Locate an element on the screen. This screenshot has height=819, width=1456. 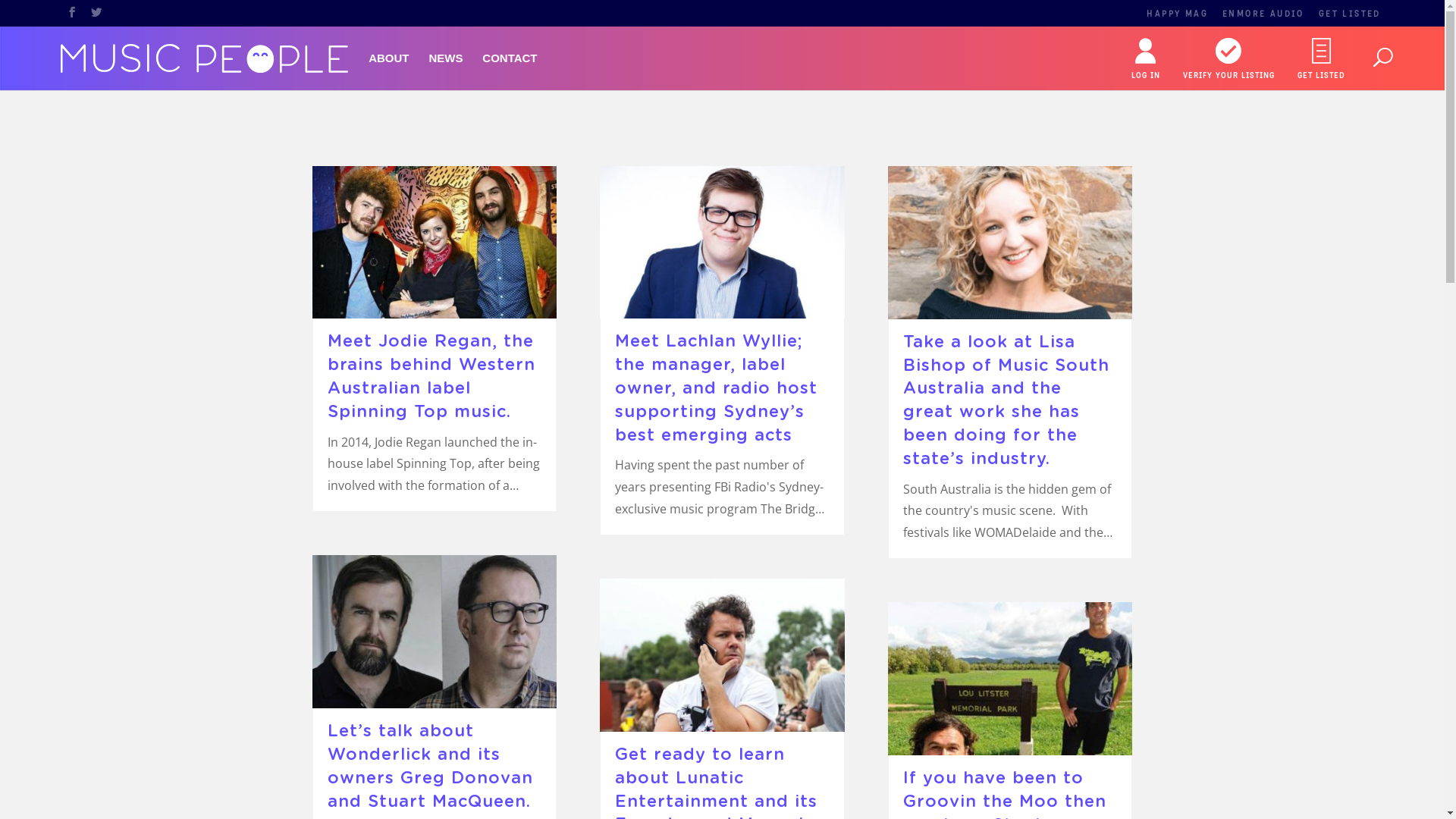
'CONTACT' is located at coordinates (510, 71).